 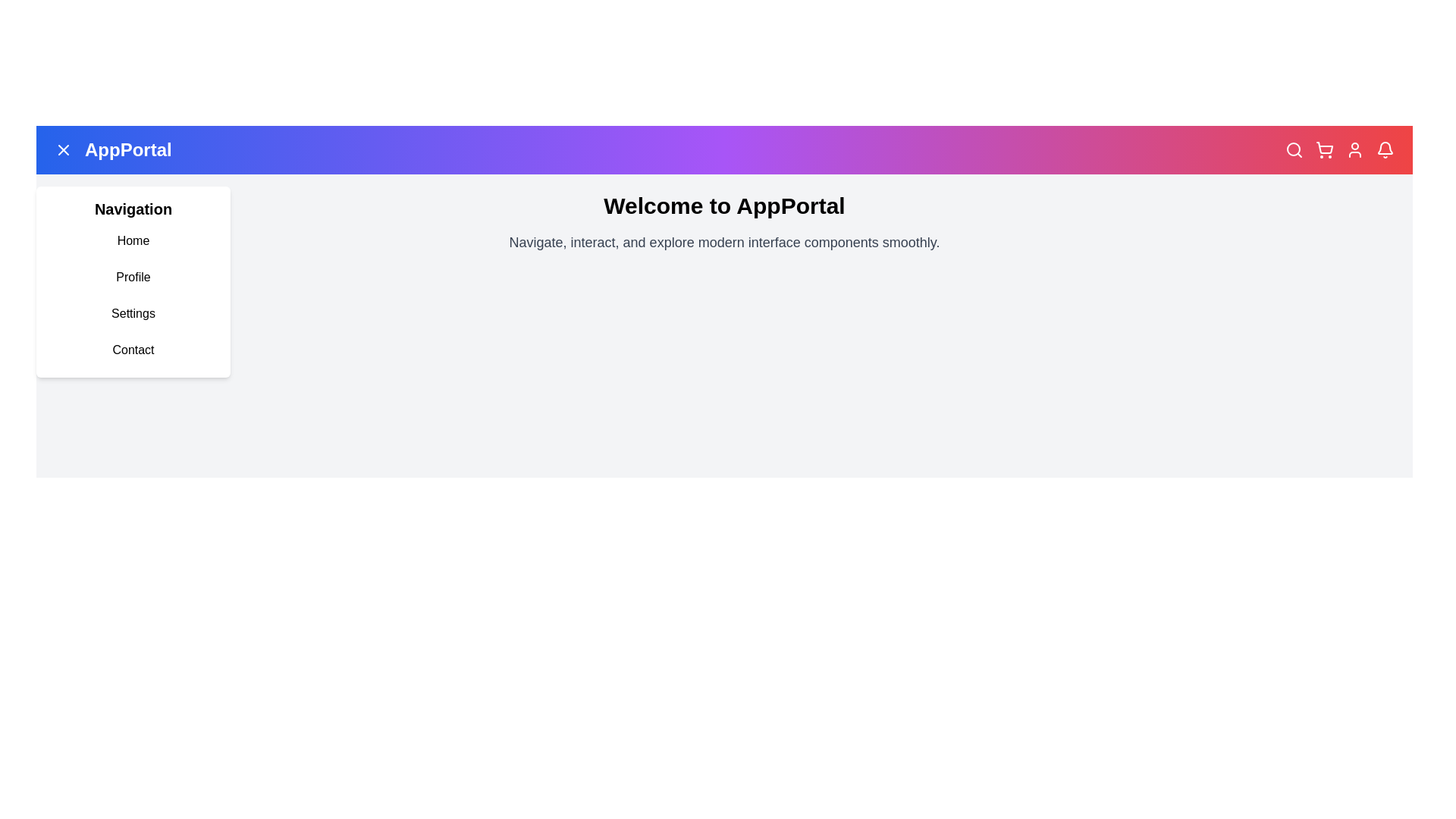 What do you see at coordinates (723, 206) in the screenshot?
I see `the bold text header saying 'Welcome to AppPortal', which is centrally aligned and prominently displayed in a large black font beneath the navigation bar` at bounding box center [723, 206].